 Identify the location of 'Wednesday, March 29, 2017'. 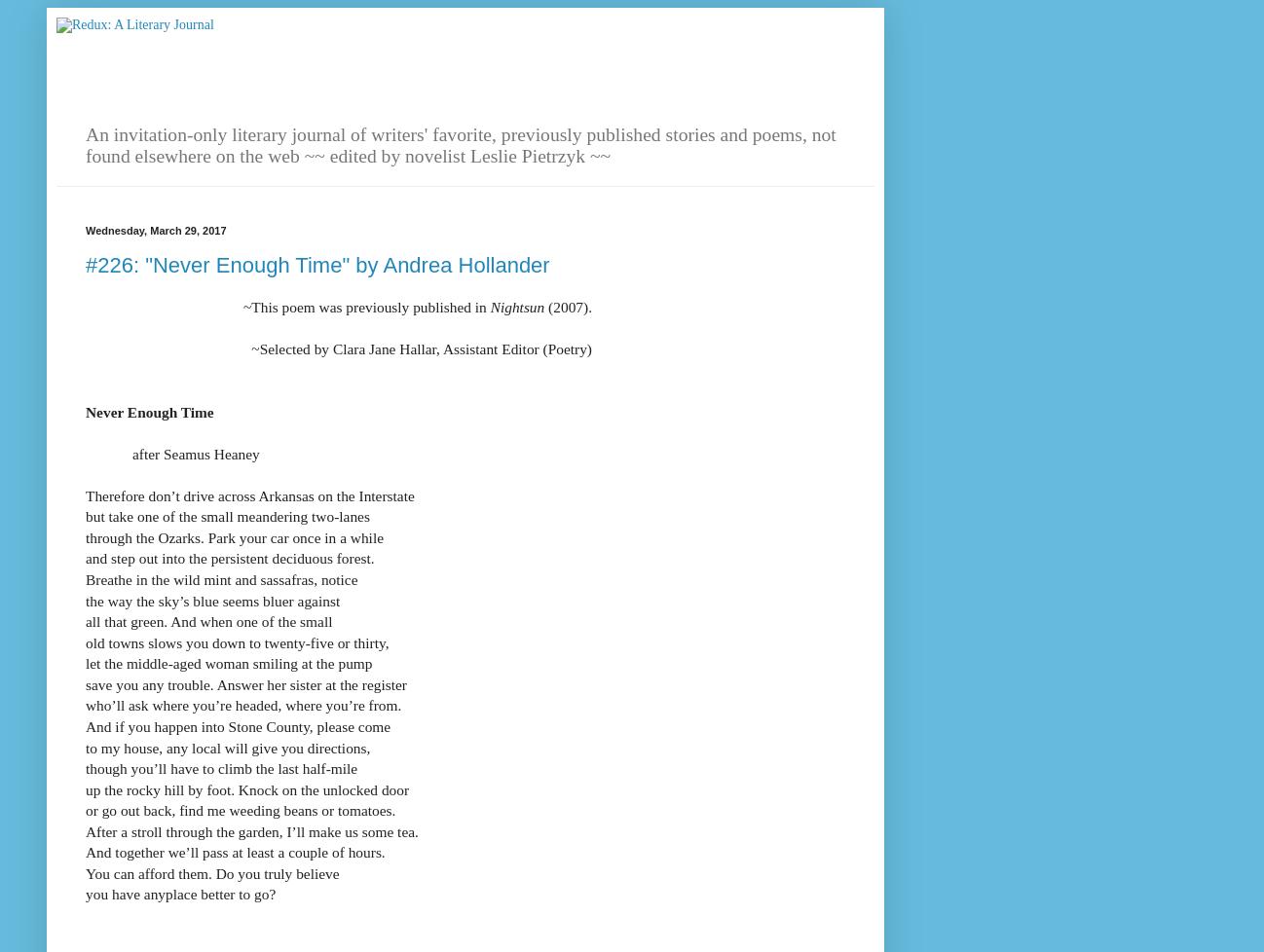
(86, 230).